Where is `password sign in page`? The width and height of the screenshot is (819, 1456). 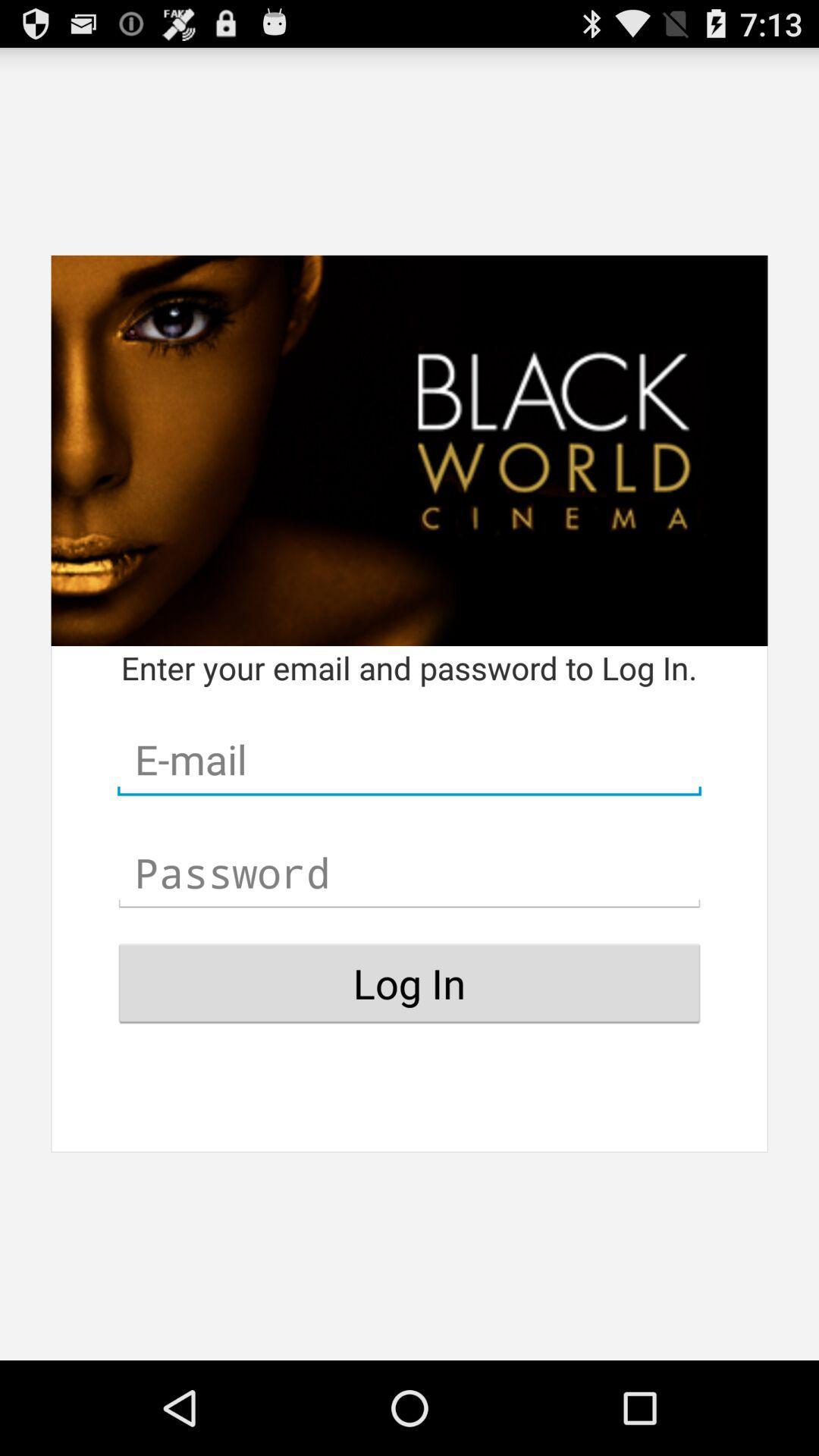 password sign in page is located at coordinates (409, 873).